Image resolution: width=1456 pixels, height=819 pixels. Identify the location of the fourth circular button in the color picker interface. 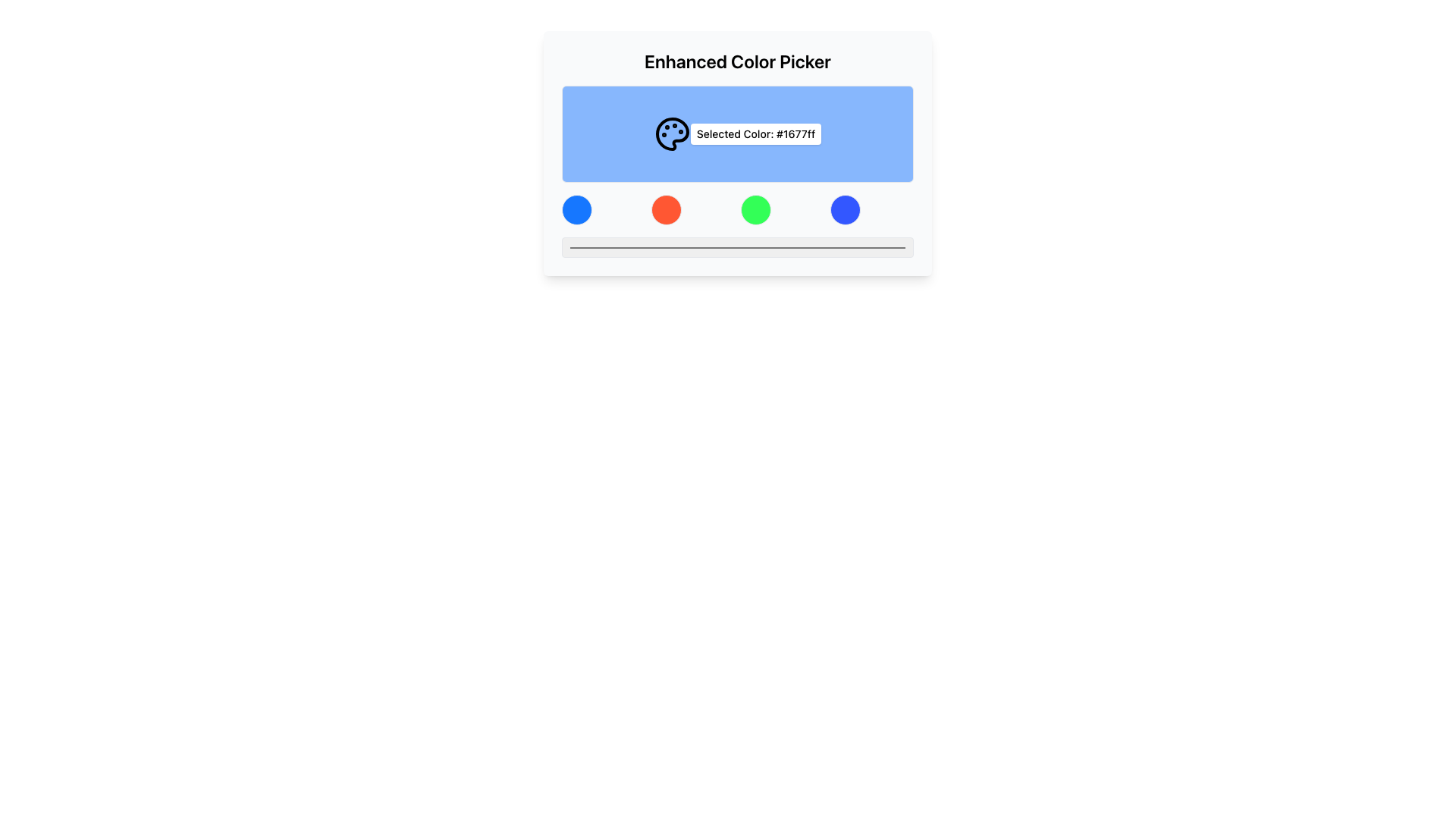
(844, 210).